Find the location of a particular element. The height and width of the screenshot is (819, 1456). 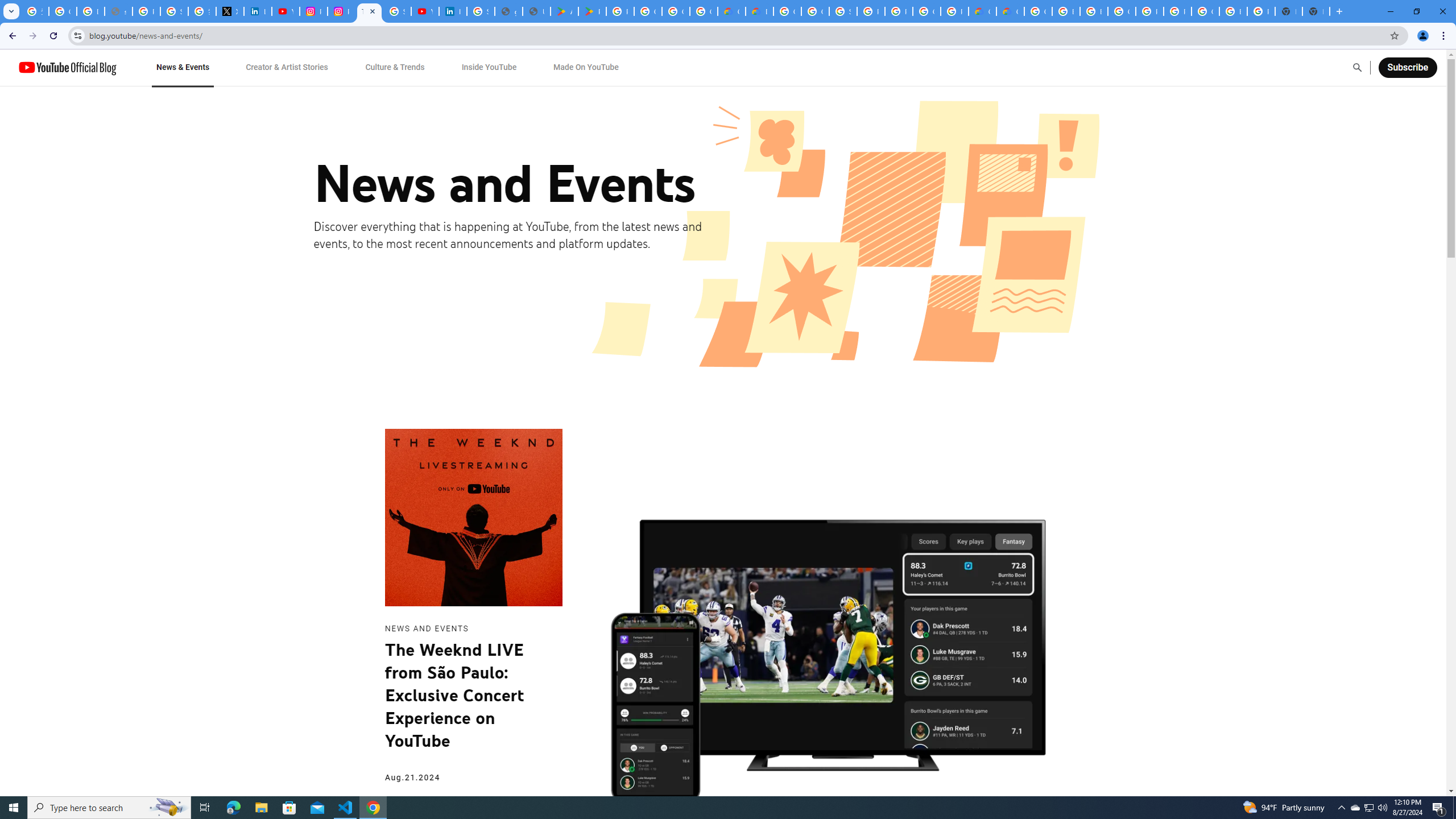

'Browse Chrome as a guest - Computer - Google Chrome Help' is located at coordinates (1093, 11).